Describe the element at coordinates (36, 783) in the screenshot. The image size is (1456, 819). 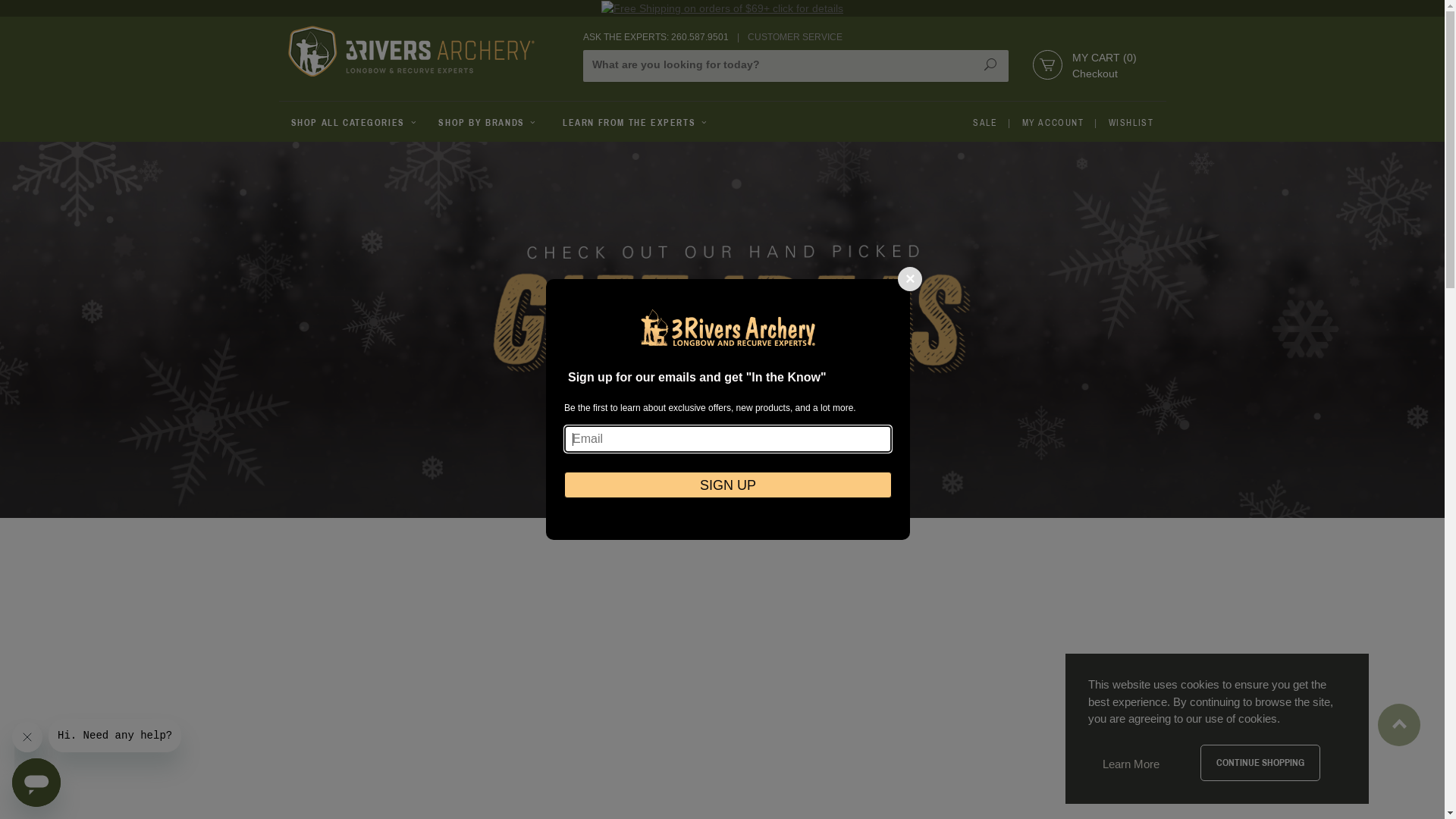
I see `'Button to launch messaging window'` at that location.